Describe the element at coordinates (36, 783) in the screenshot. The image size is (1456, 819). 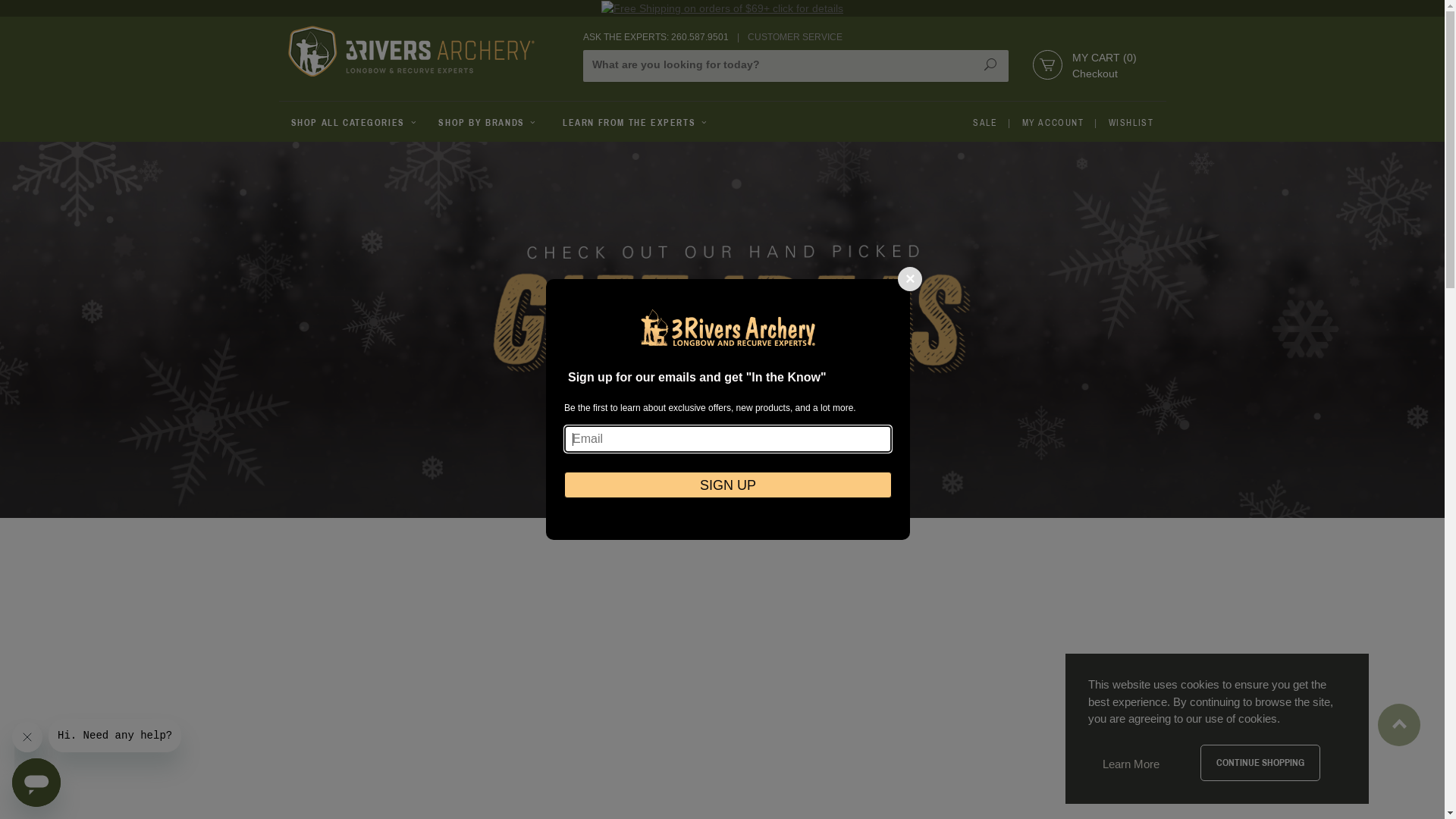
I see `'Button to launch messaging window'` at that location.